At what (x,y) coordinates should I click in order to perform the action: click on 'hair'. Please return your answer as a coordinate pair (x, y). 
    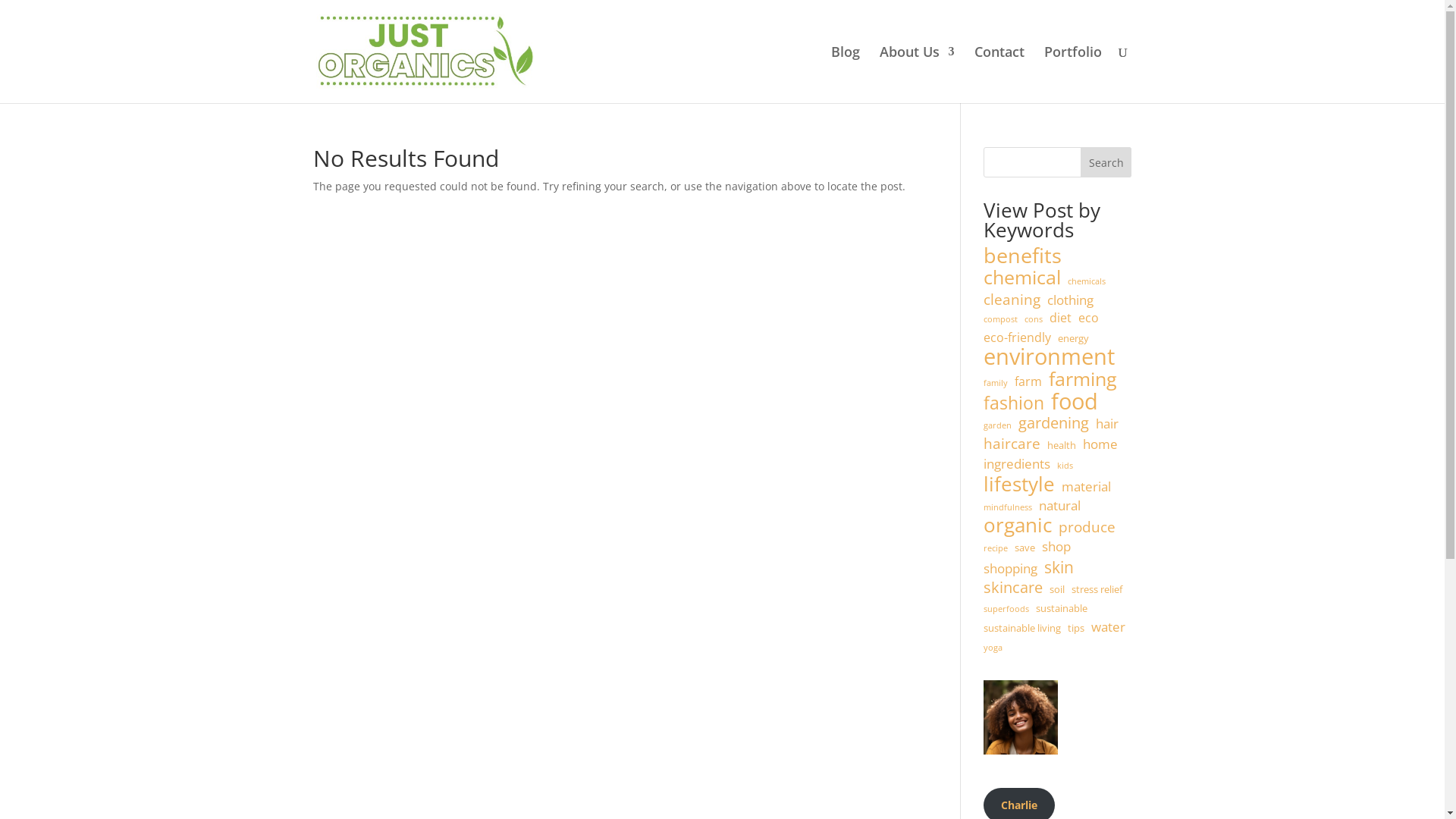
    Looking at the image, I should click on (1106, 424).